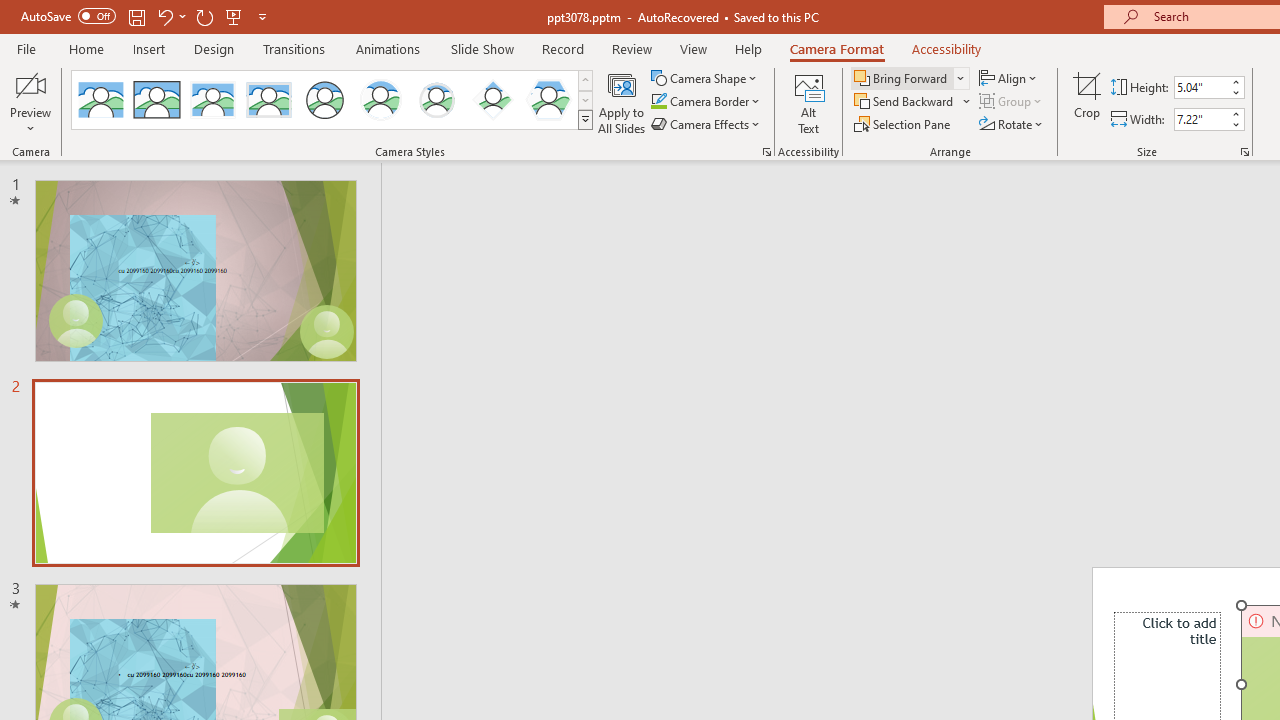 This screenshot has height=720, width=1280. I want to click on 'Camera Styles', so click(584, 120).